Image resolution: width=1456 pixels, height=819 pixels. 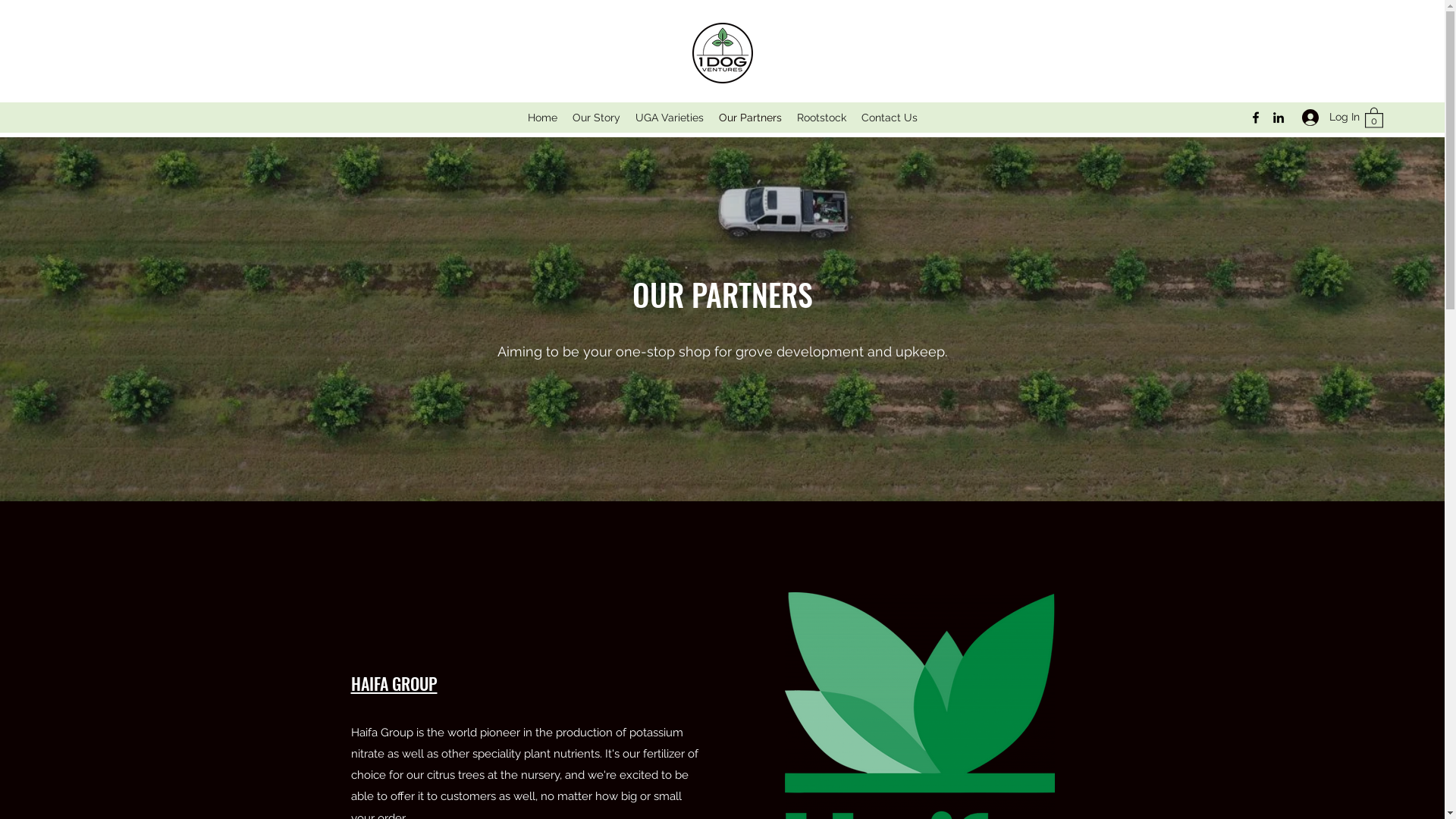 What do you see at coordinates (820, 116) in the screenshot?
I see `'Rootstock'` at bounding box center [820, 116].